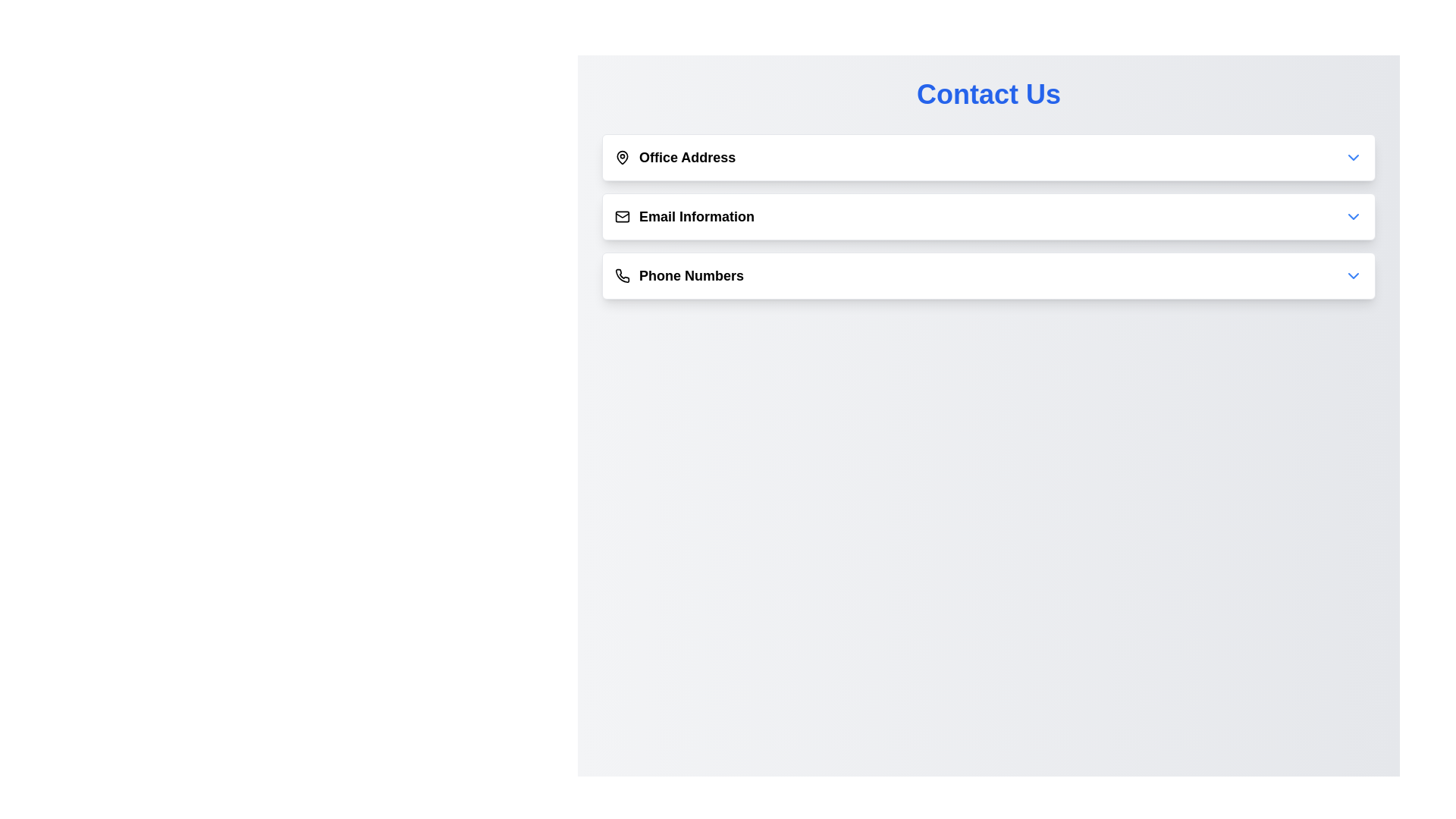  What do you see at coordinates (1354, 275) in the screenshot?
I see `the Chevron icon button located at the far right of the 'Phone Numbers' menu` at bounding box center [1354, 275].